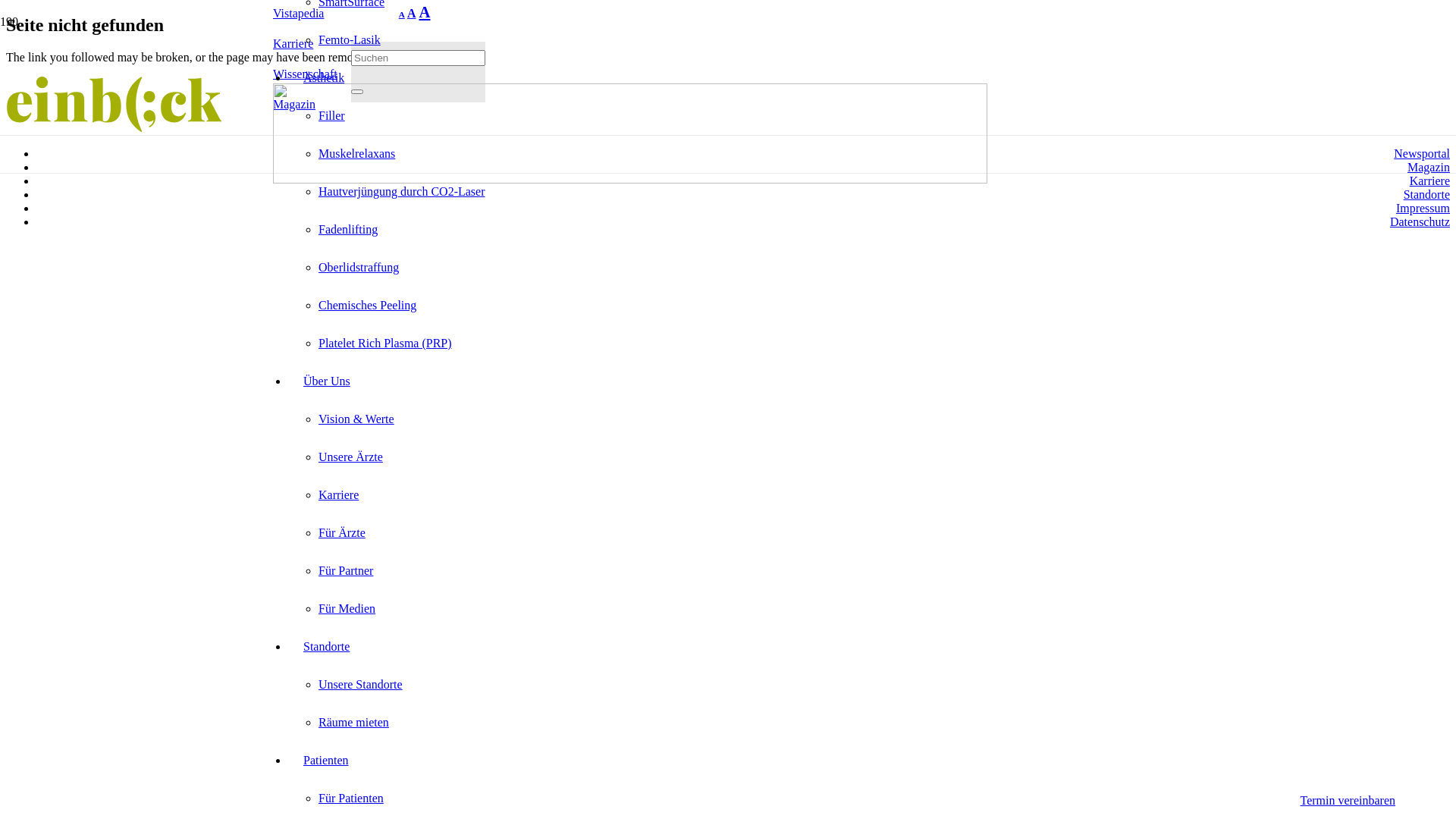 The width and height of the screenshot is (1456, 819). Describe the element at coordinates (325, 646) in the screenshot. I see `'Standorte'` at that location.